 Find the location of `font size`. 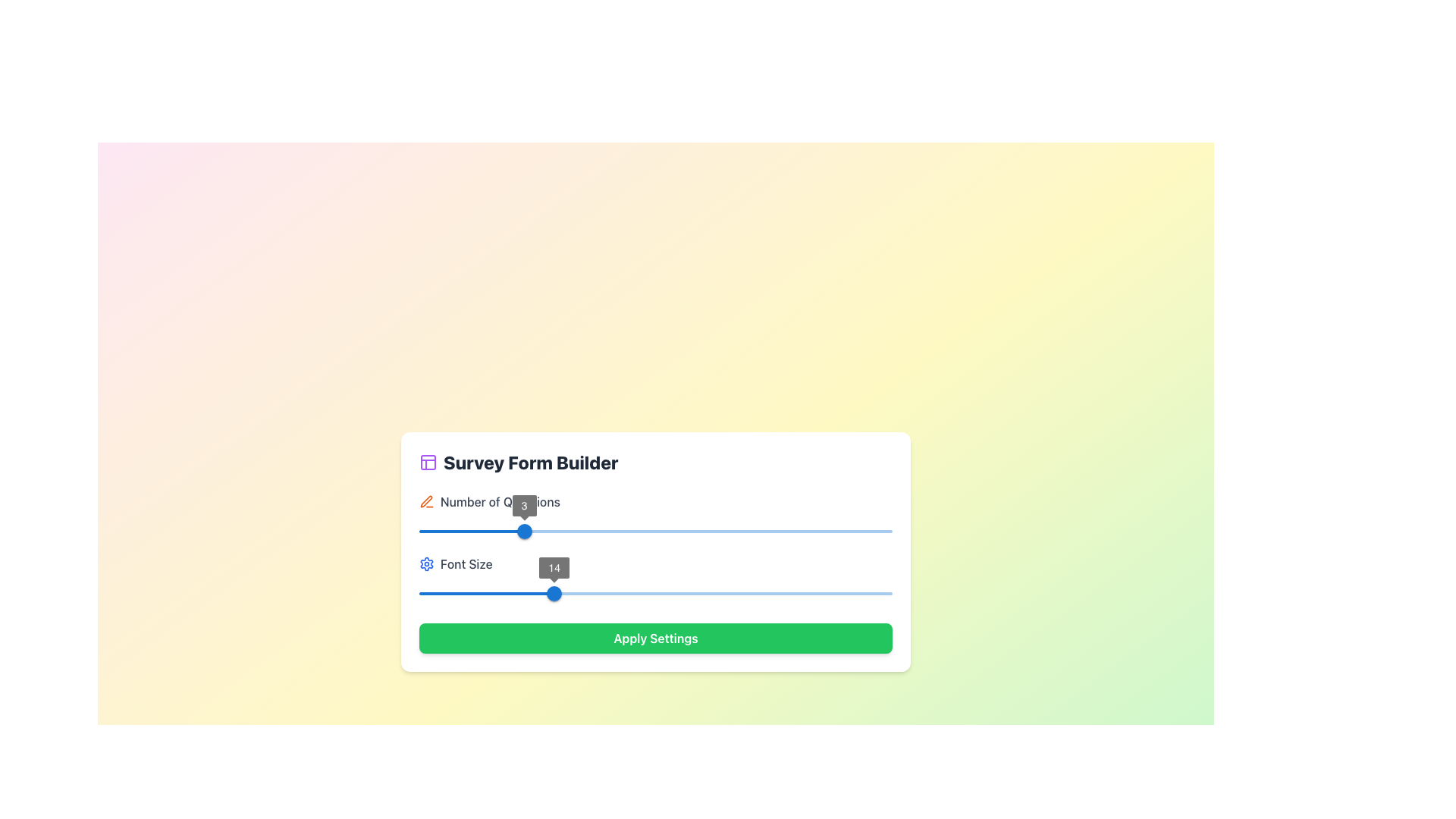

font size is located at coordinates (797, 593).